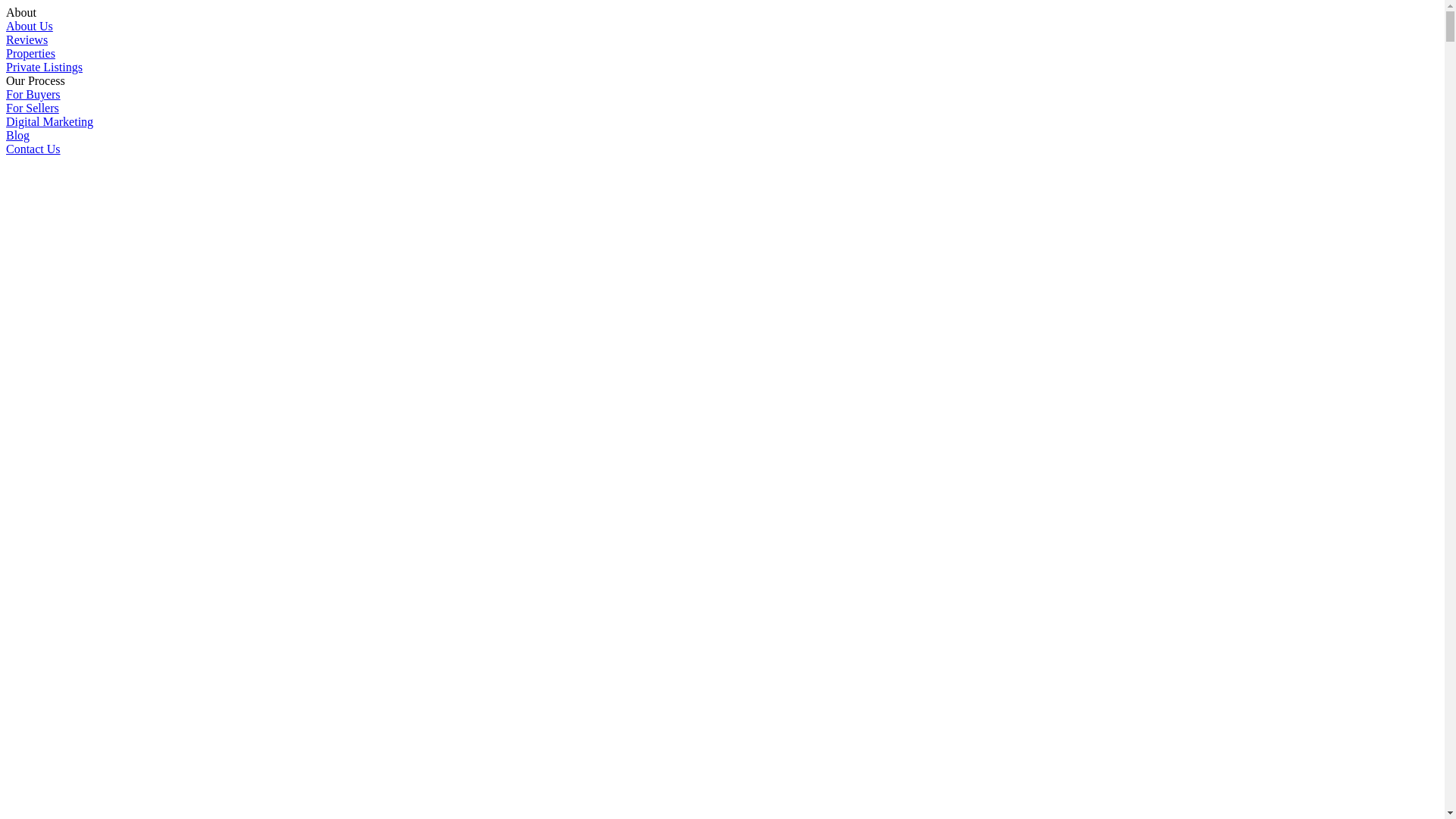 This screenshot has height=819, width=1456. I want to click on 'Reviews', so click(27, 39).